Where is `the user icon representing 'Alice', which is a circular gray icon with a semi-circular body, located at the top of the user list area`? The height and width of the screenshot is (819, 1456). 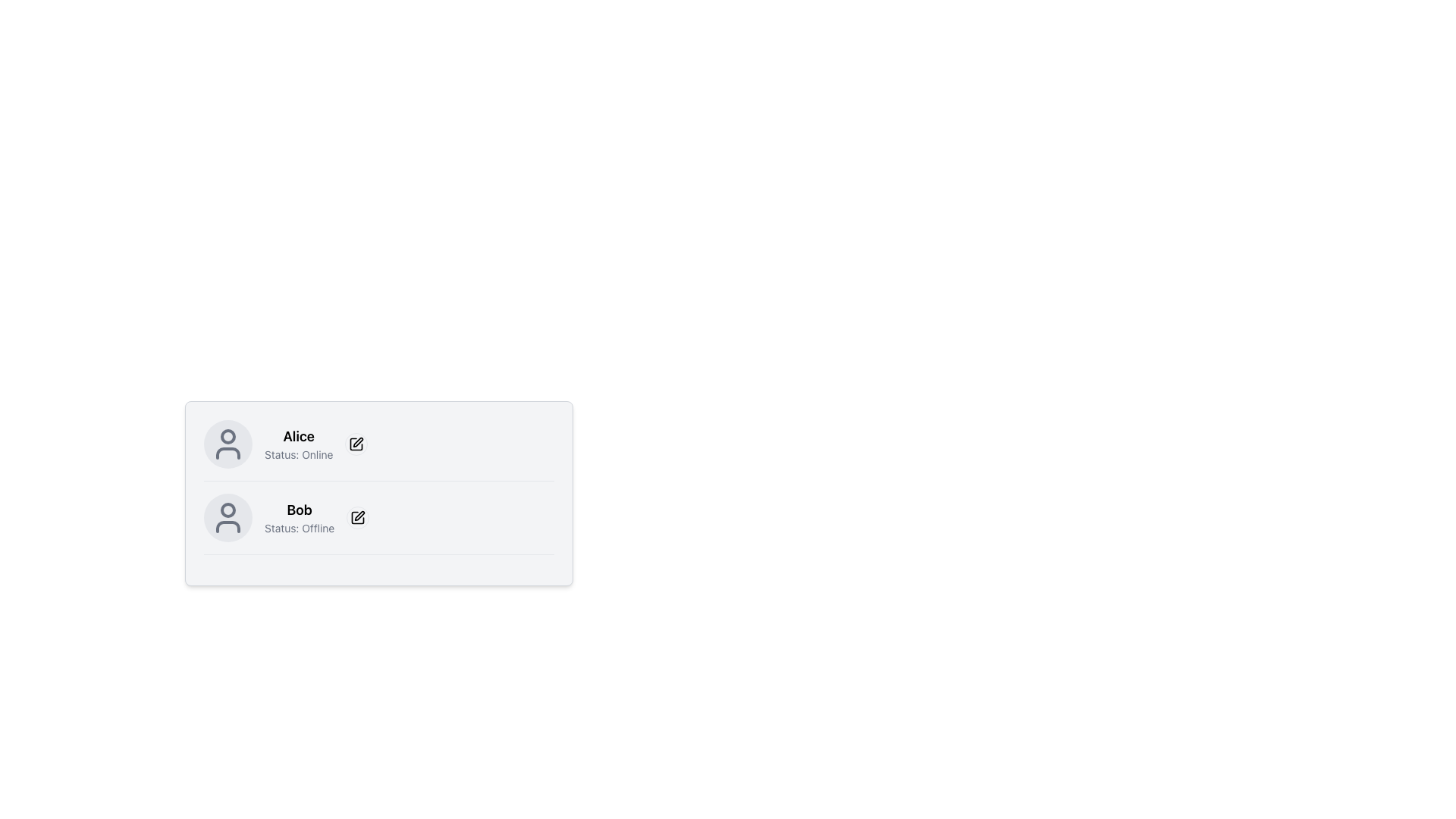 the user icon representing 'Alice', which is a circular gray icon with a semi-circular body, located at the top of the user list area is located at coordinates (227, 444).